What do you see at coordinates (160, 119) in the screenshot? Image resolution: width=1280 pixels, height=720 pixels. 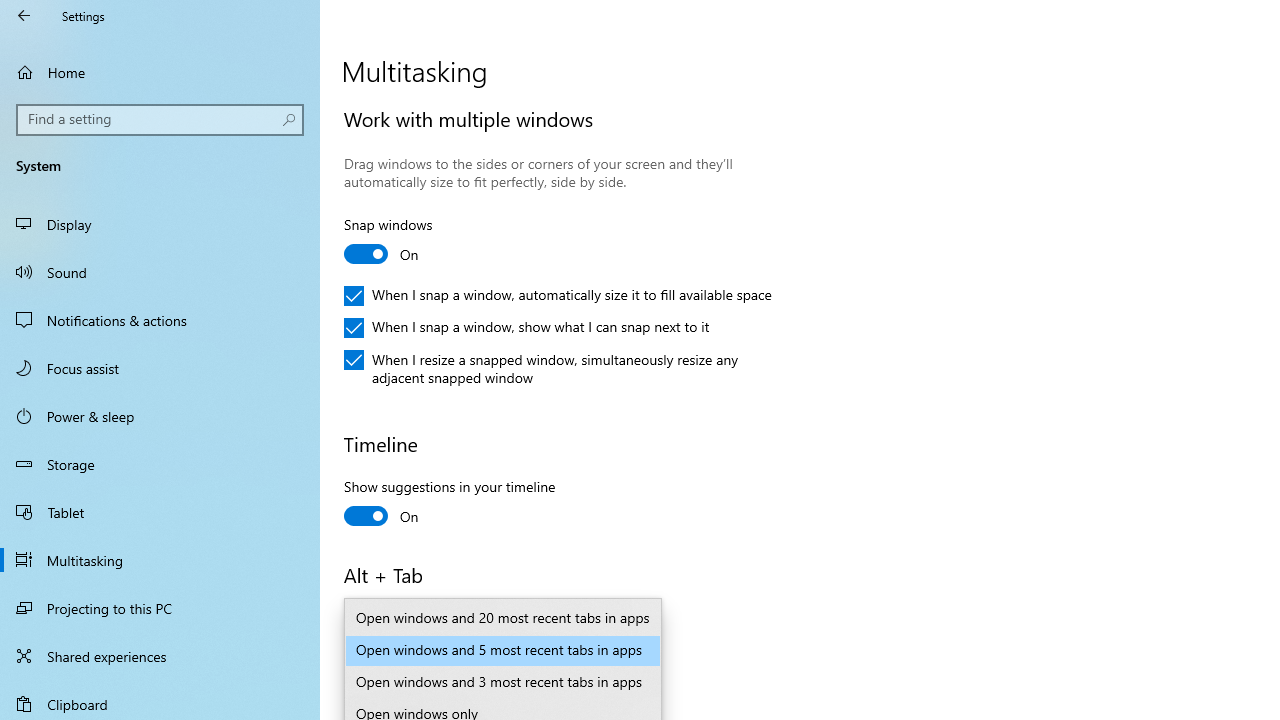 I see `'Search box, Find a setting'` at bounding box center [160, 119].